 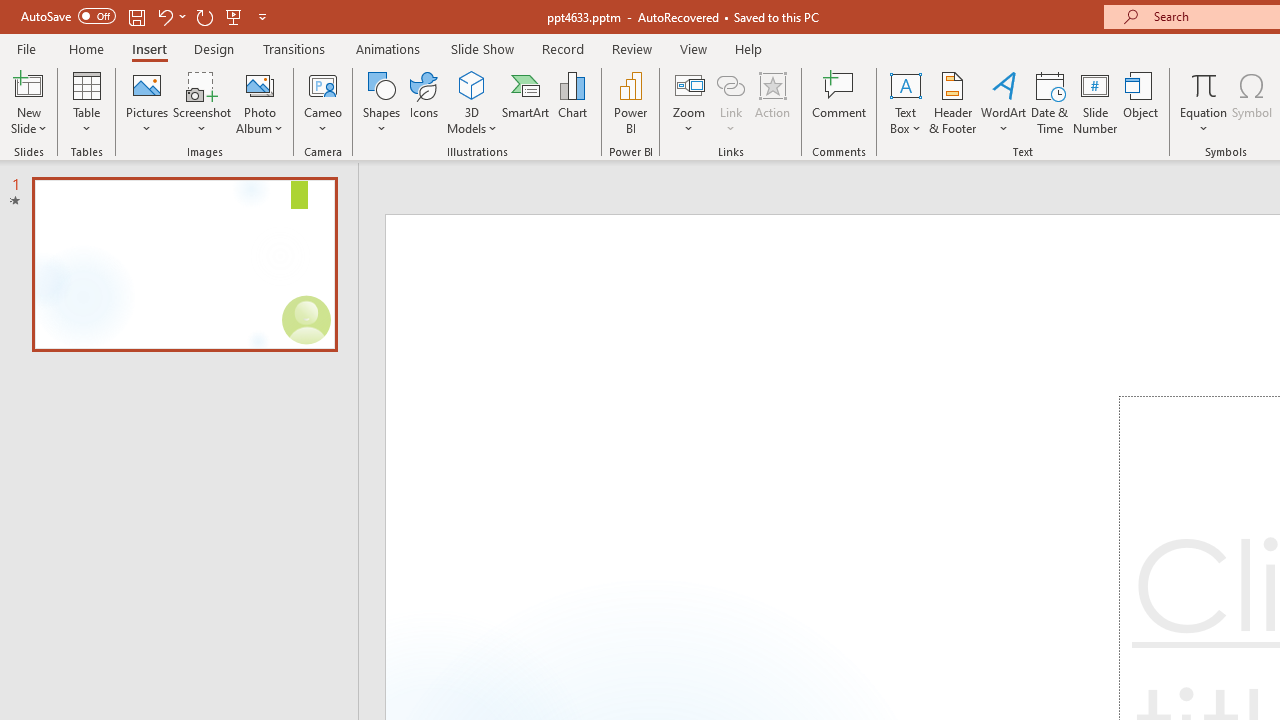 I want to click on 'SmartArt...', so click(x=526, y=103).